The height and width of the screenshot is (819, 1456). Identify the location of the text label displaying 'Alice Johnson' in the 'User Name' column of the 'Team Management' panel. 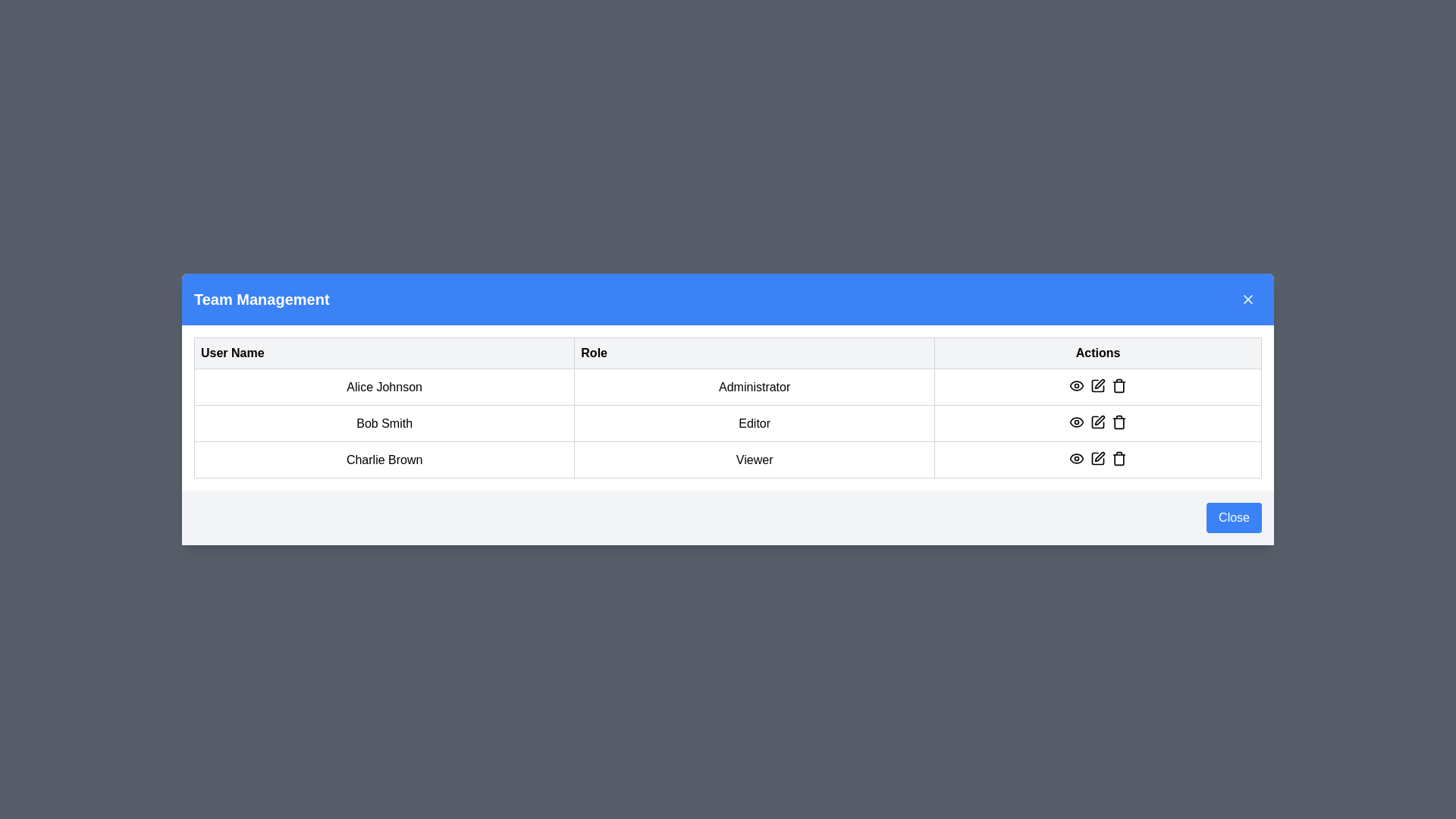
(384, 386).